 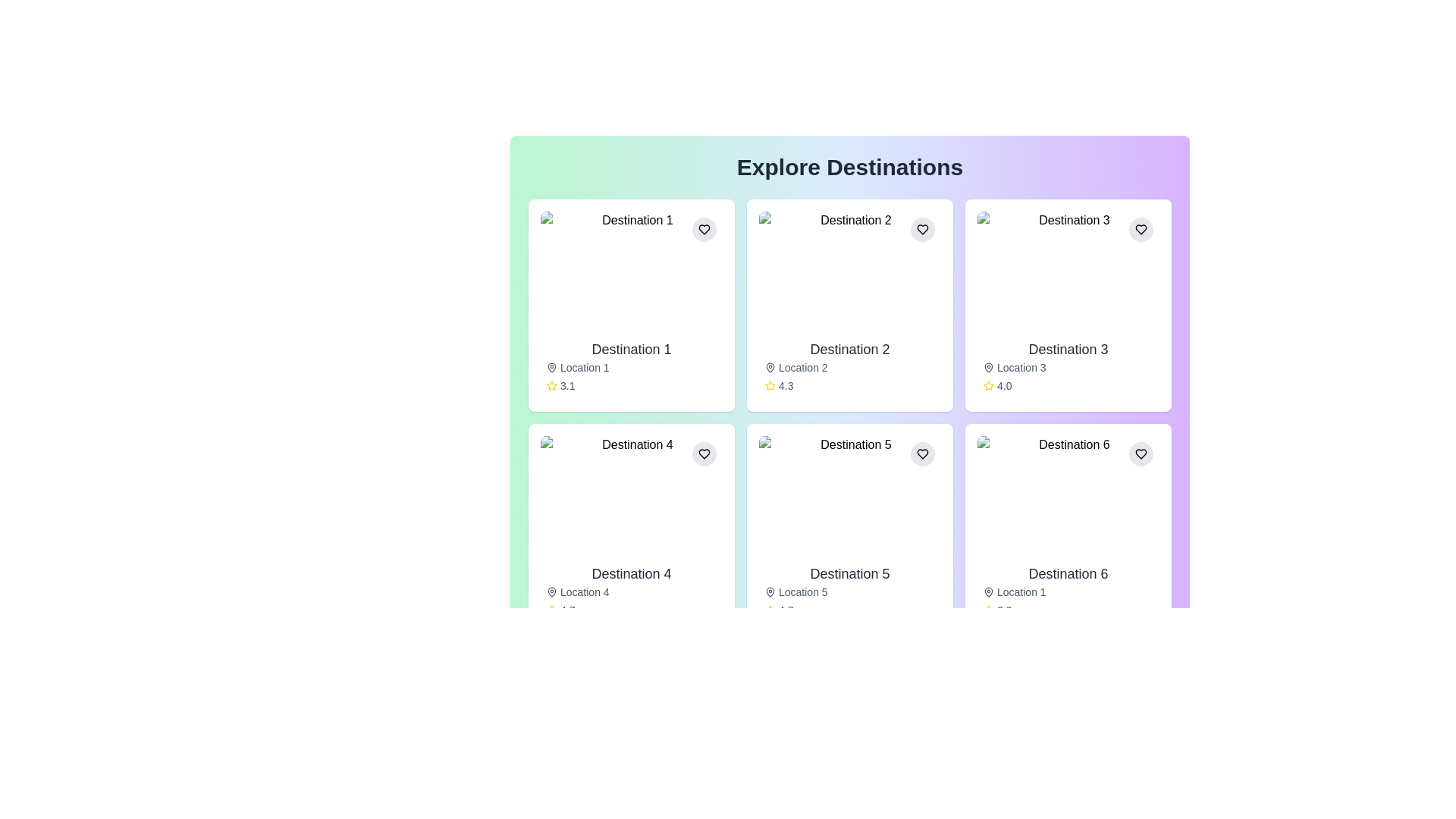 I want to click on the favorite button located in the top-right corner of the card labeled 'Destination 5', so click(x=922, y=453).